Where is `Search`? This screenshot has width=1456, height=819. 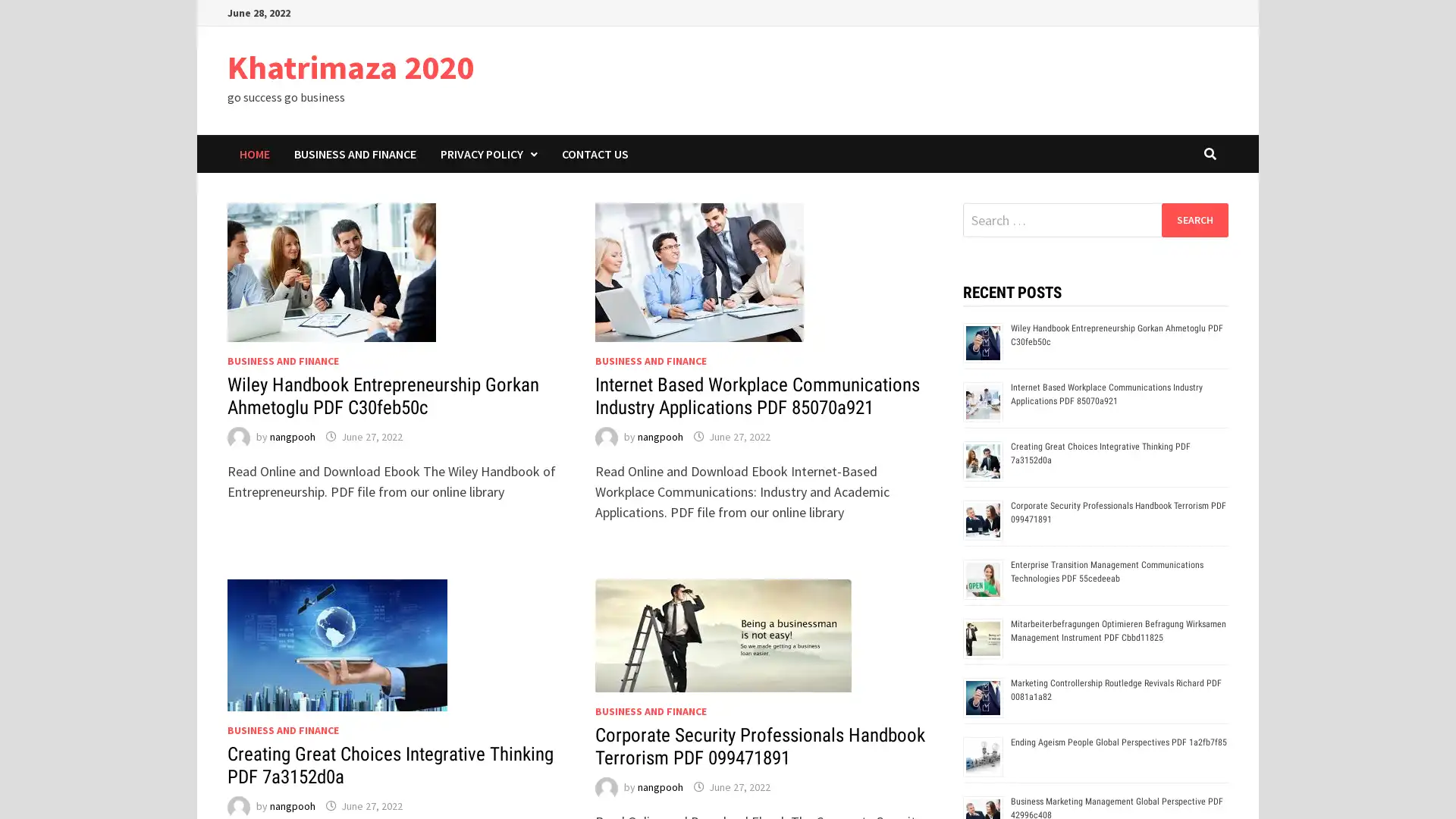
Search is located at coordinates (1194, 219).